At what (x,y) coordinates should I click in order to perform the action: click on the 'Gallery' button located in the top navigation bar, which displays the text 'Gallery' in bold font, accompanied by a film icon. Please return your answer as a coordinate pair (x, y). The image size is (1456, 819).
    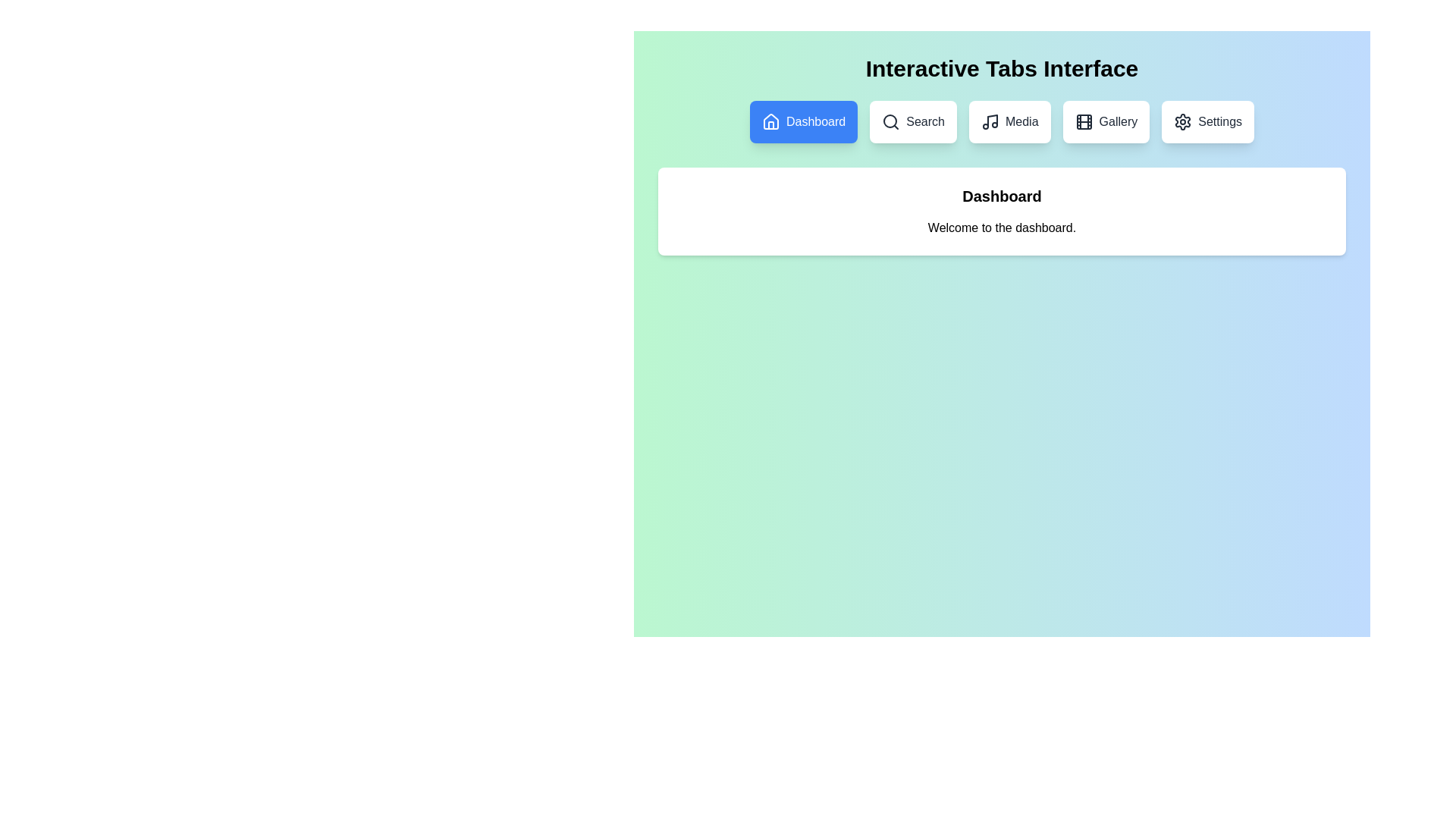
    Looking at the image, I should click on (1118, 121).